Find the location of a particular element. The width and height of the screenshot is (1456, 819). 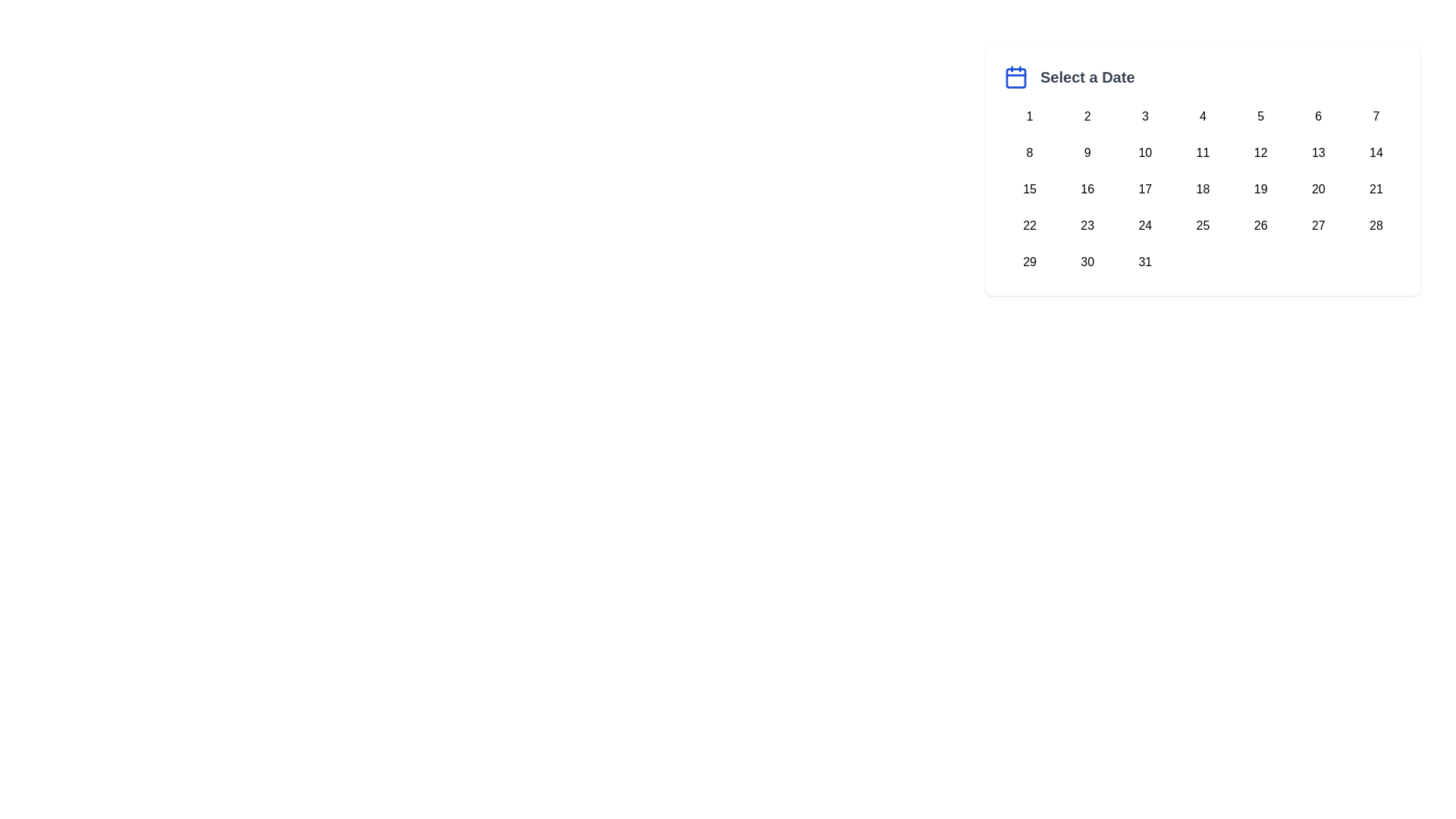

the calendar day button representing the 6th day in the calendar widget is located at coordinates (1317, 116).